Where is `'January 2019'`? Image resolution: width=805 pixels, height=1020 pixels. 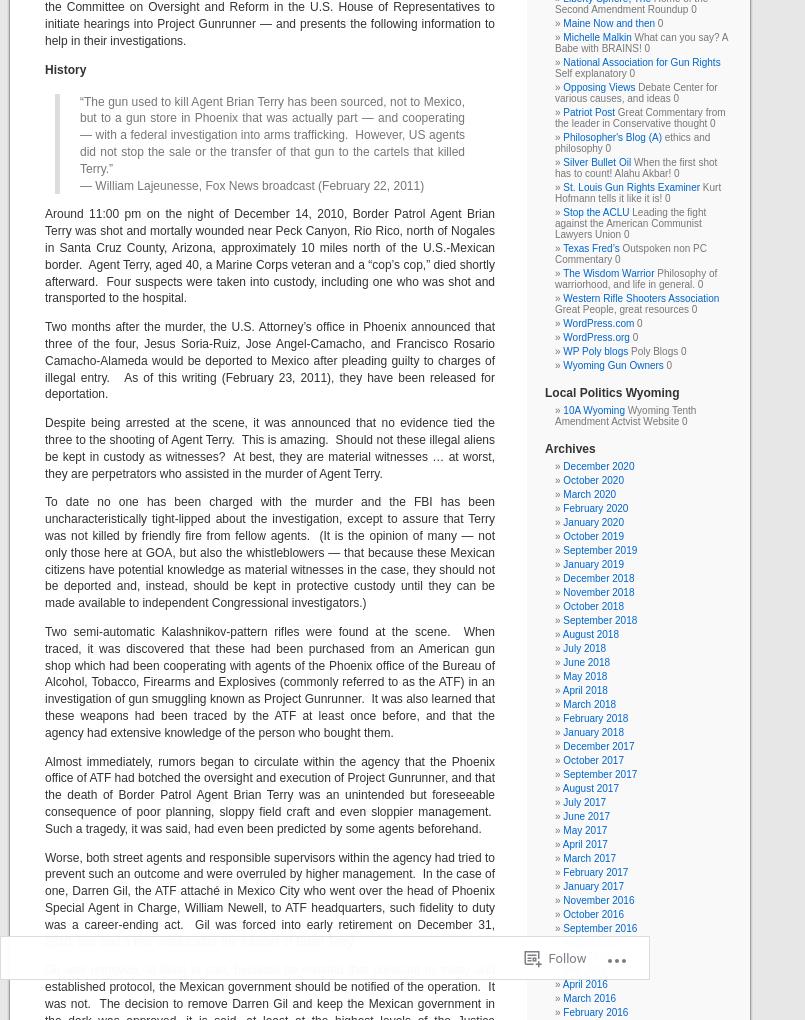 'January 2019' is located at coordinates (562, 564).